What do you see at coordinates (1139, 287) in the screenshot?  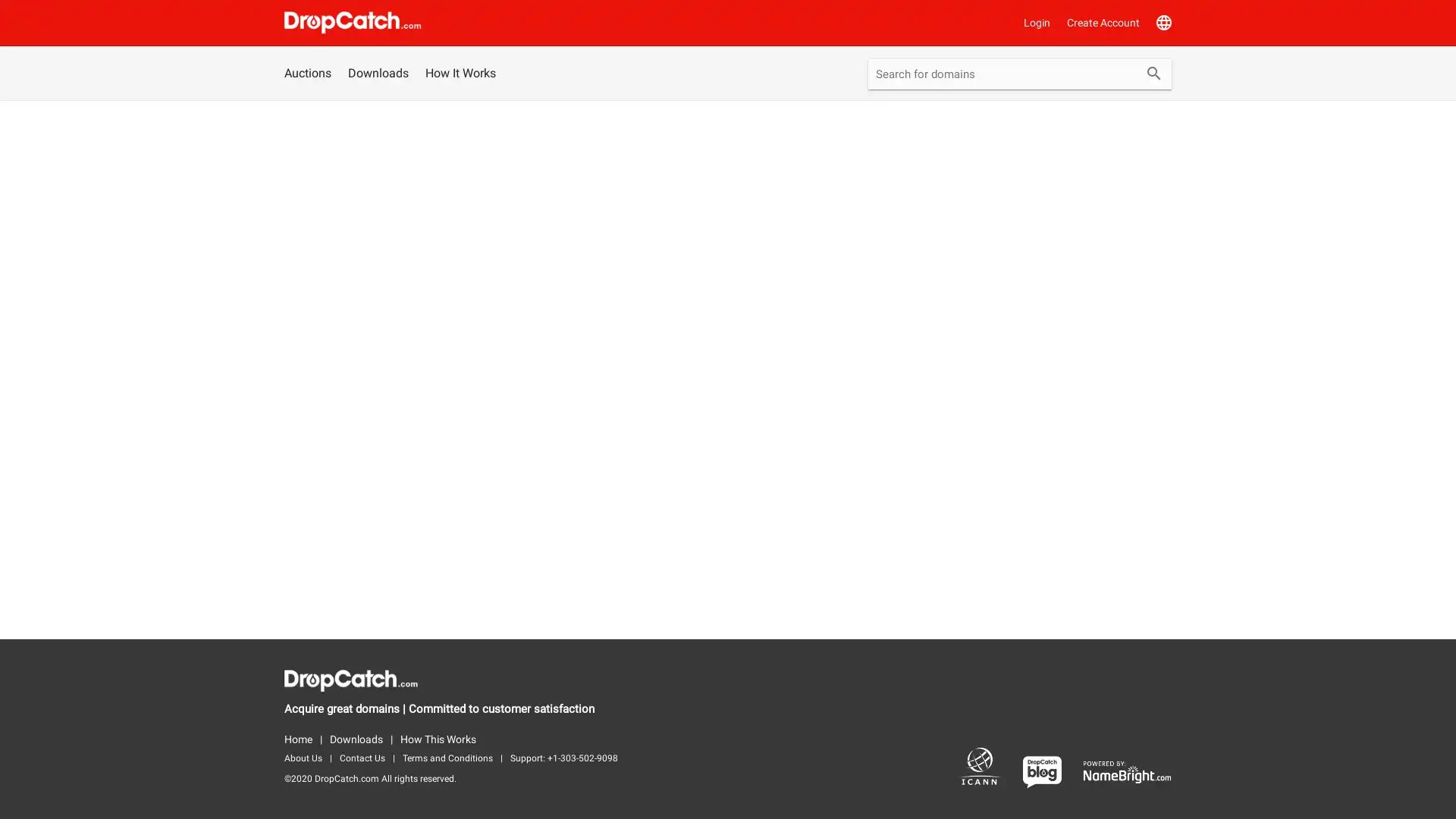 I see `Bid` at bounding box center [1139, 287].